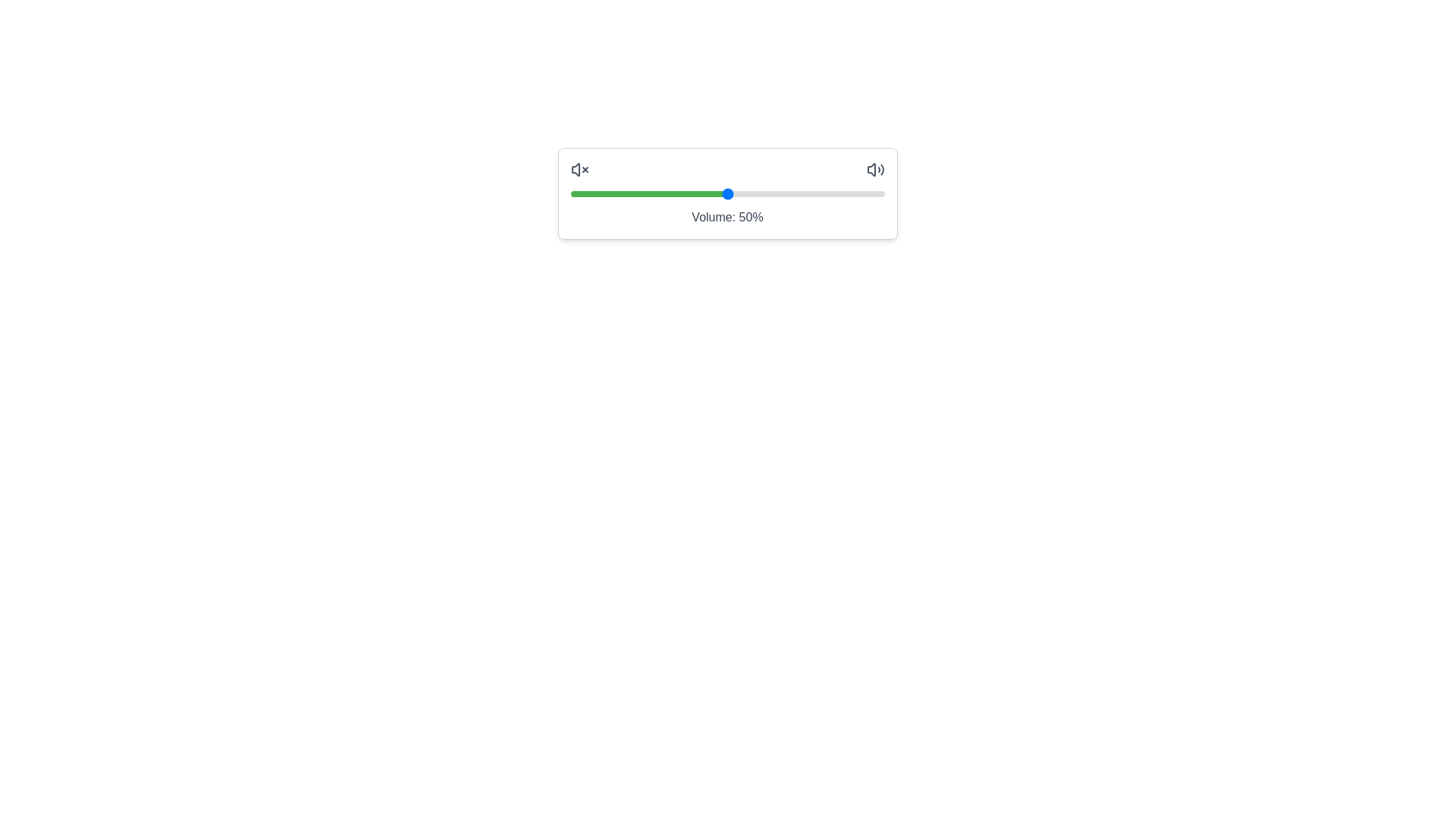 The image size is (1456, 819). I want to click on the volume level, so click(648, 193).